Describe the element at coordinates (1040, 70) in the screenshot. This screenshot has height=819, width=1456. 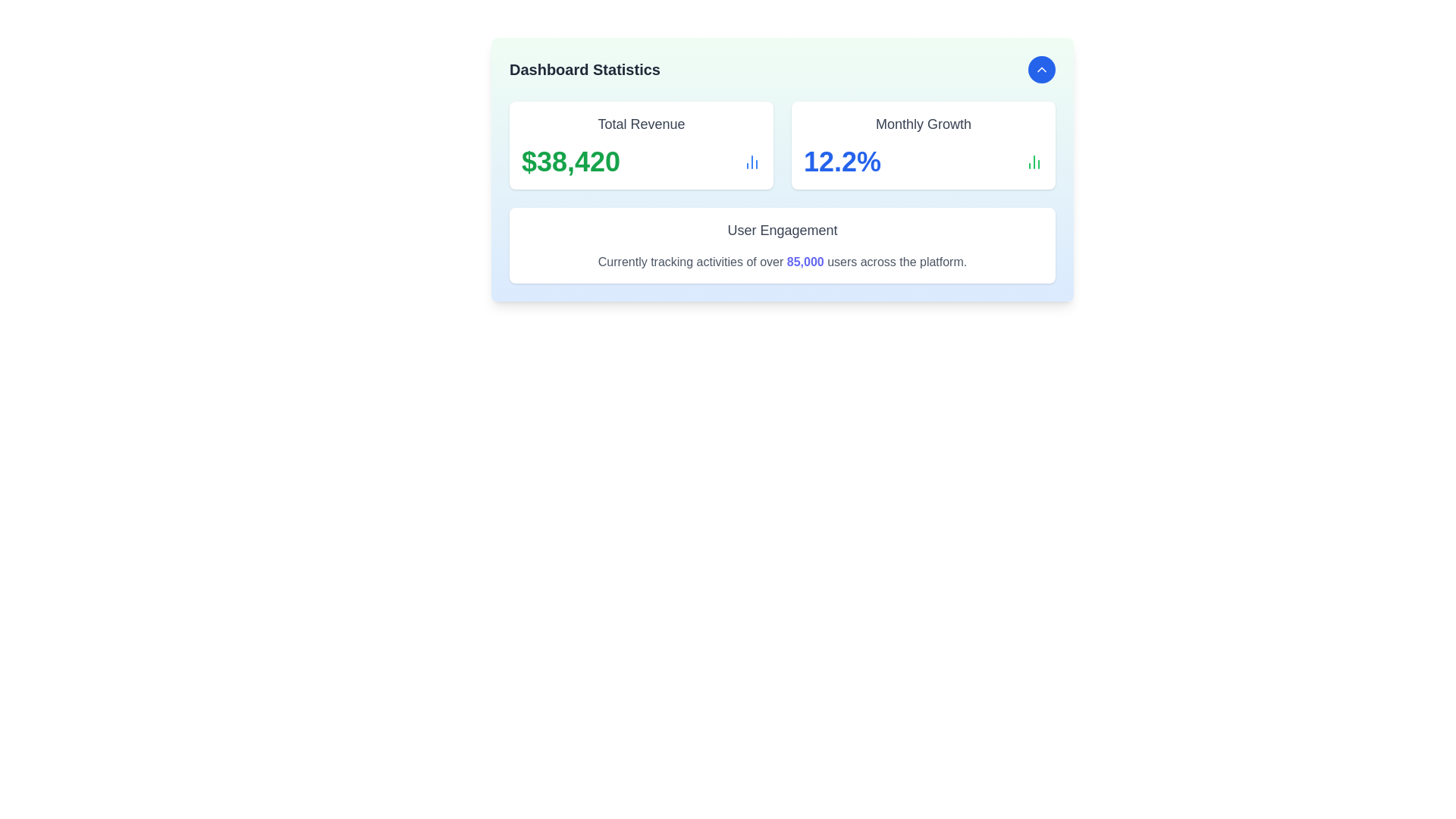
I see `the blue circular button containing the chevron-up icon located at the top-right corner of the card displaying dashboard statistics` at that location.